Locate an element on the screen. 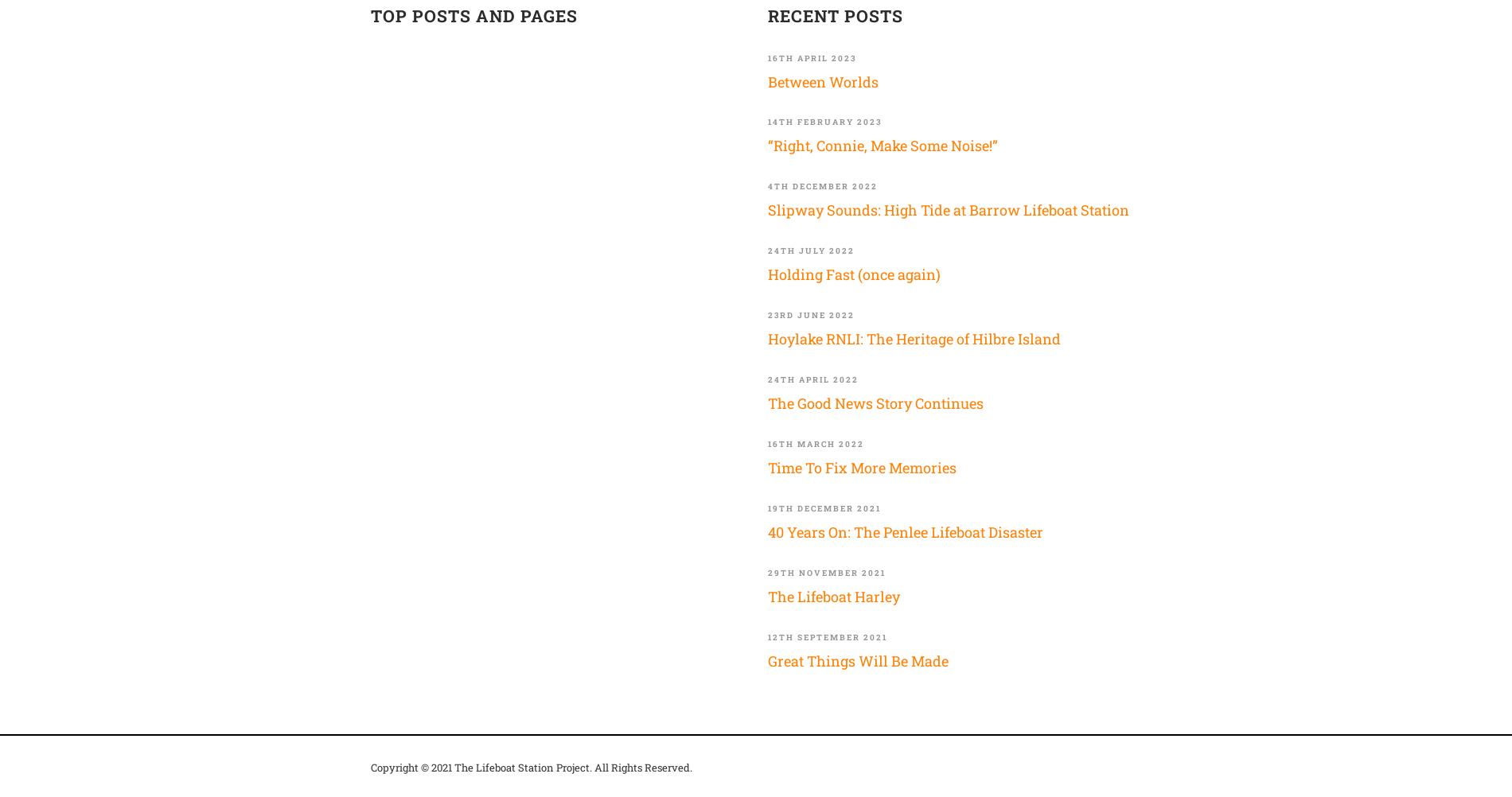  '40 Years On: The Penlee Lifeboat Disaster' is located at coordinates (905, 531).